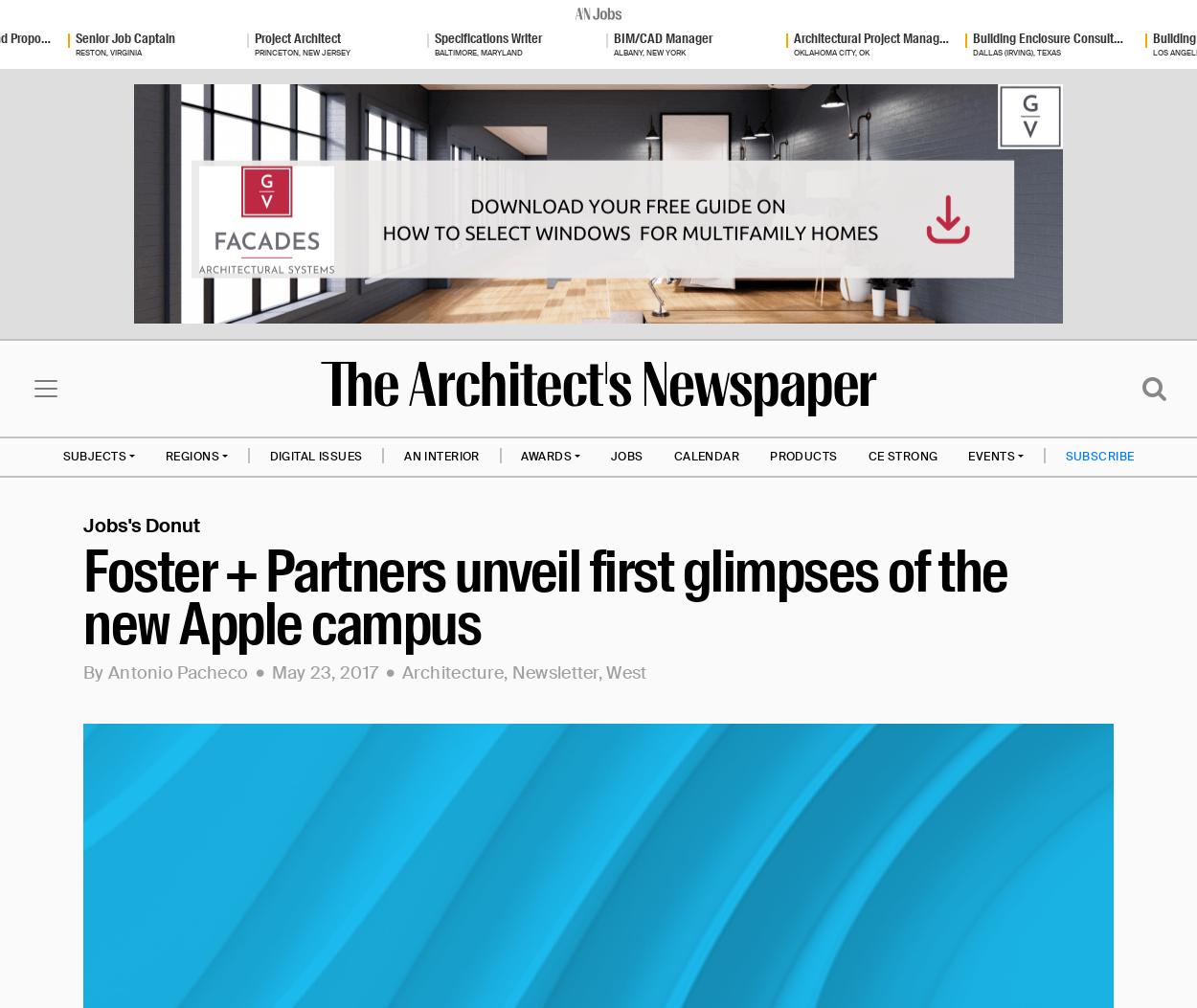 This screenshot has width=1197, height=1008. I want to click on 'Antonio Pacheco', so click(106, 672).